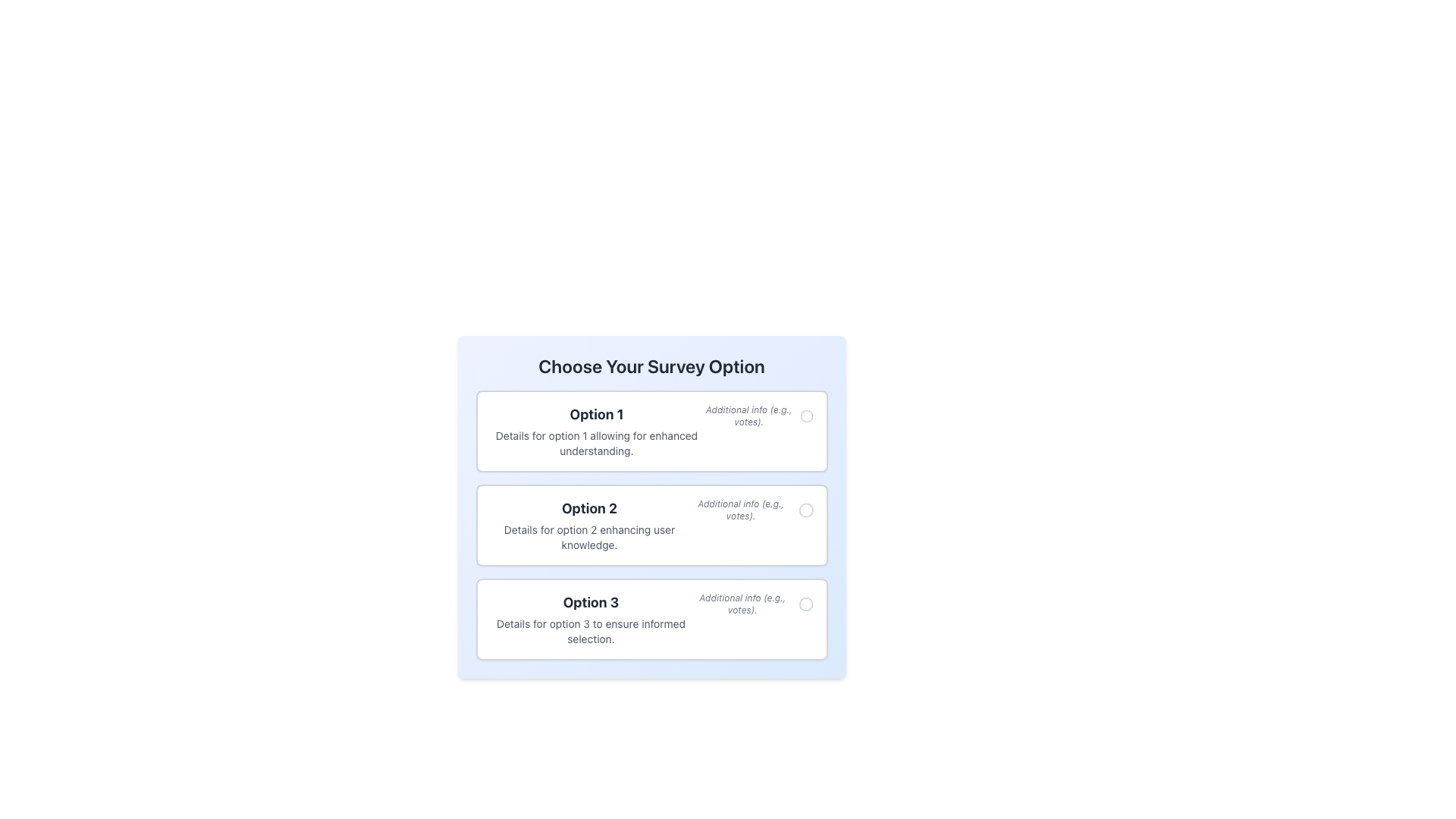 This screenshot has width=1456, height=819. Describe the element at coordinates (651, 525) in the screenshot. I see `the Selectable Option Card titled 'Option 2' to interact with it, which is the second card in a vertical stack of three options` at that location.